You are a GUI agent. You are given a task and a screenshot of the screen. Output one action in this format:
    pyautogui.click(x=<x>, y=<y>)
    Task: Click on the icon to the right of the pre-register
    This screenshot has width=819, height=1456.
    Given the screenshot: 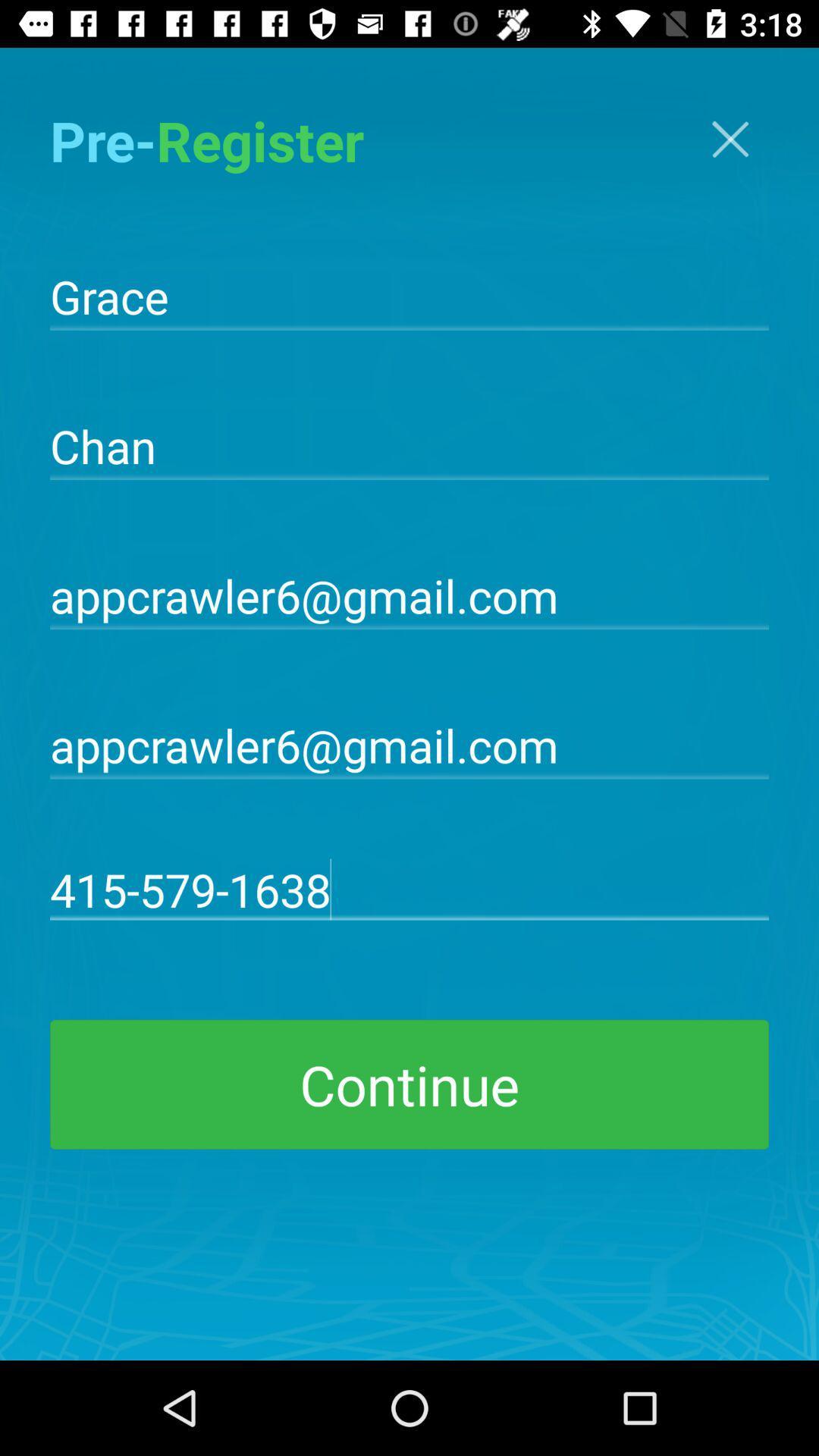 What is the action you would take?
    pyautogui.click(x=730, y=139)
    